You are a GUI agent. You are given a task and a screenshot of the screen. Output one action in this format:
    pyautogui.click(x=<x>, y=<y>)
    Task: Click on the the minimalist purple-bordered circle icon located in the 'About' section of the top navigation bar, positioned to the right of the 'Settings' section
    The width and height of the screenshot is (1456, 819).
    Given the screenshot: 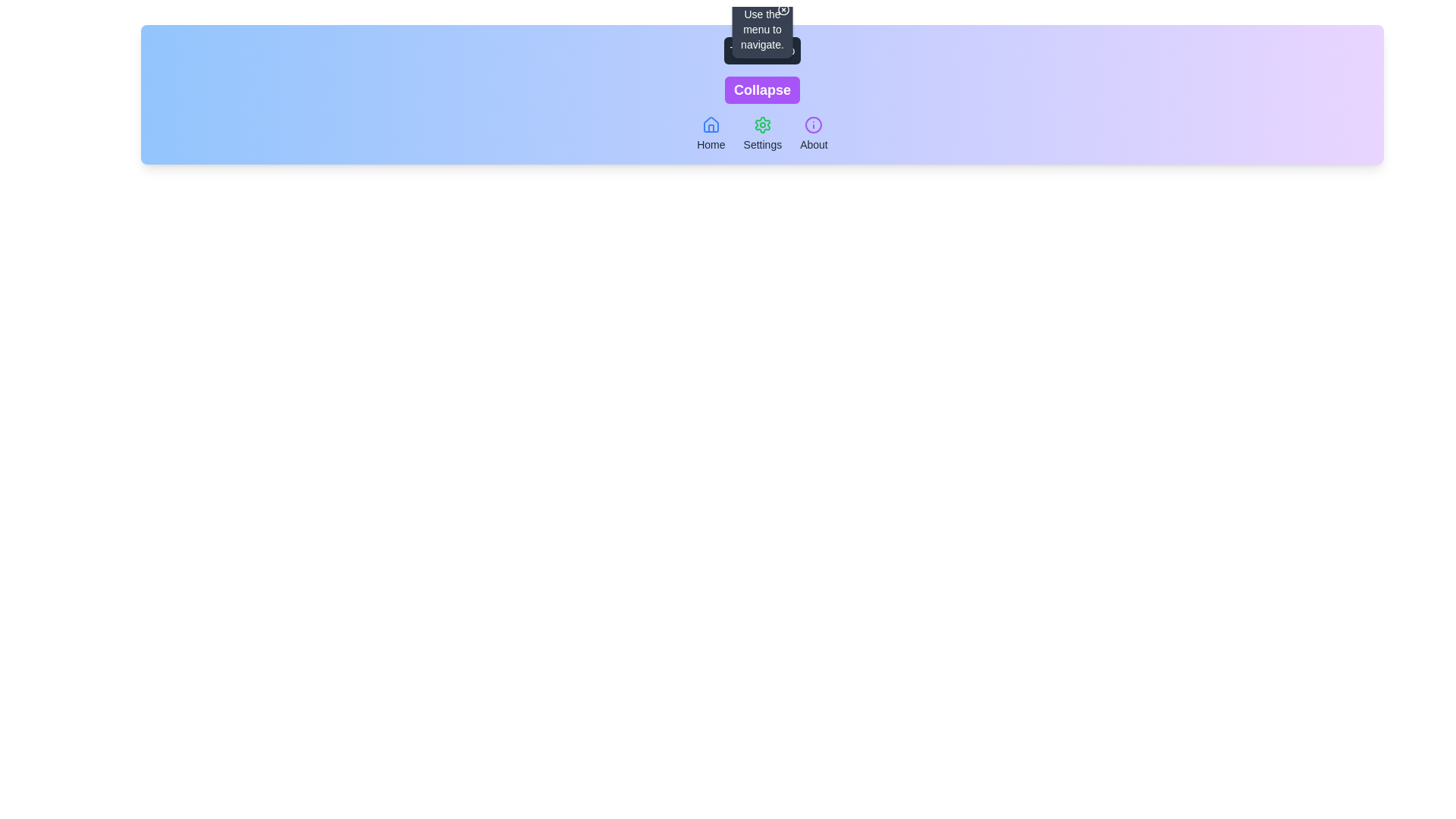 What is the action you would take?
    pyautogui.click(x=813, y=124)
    